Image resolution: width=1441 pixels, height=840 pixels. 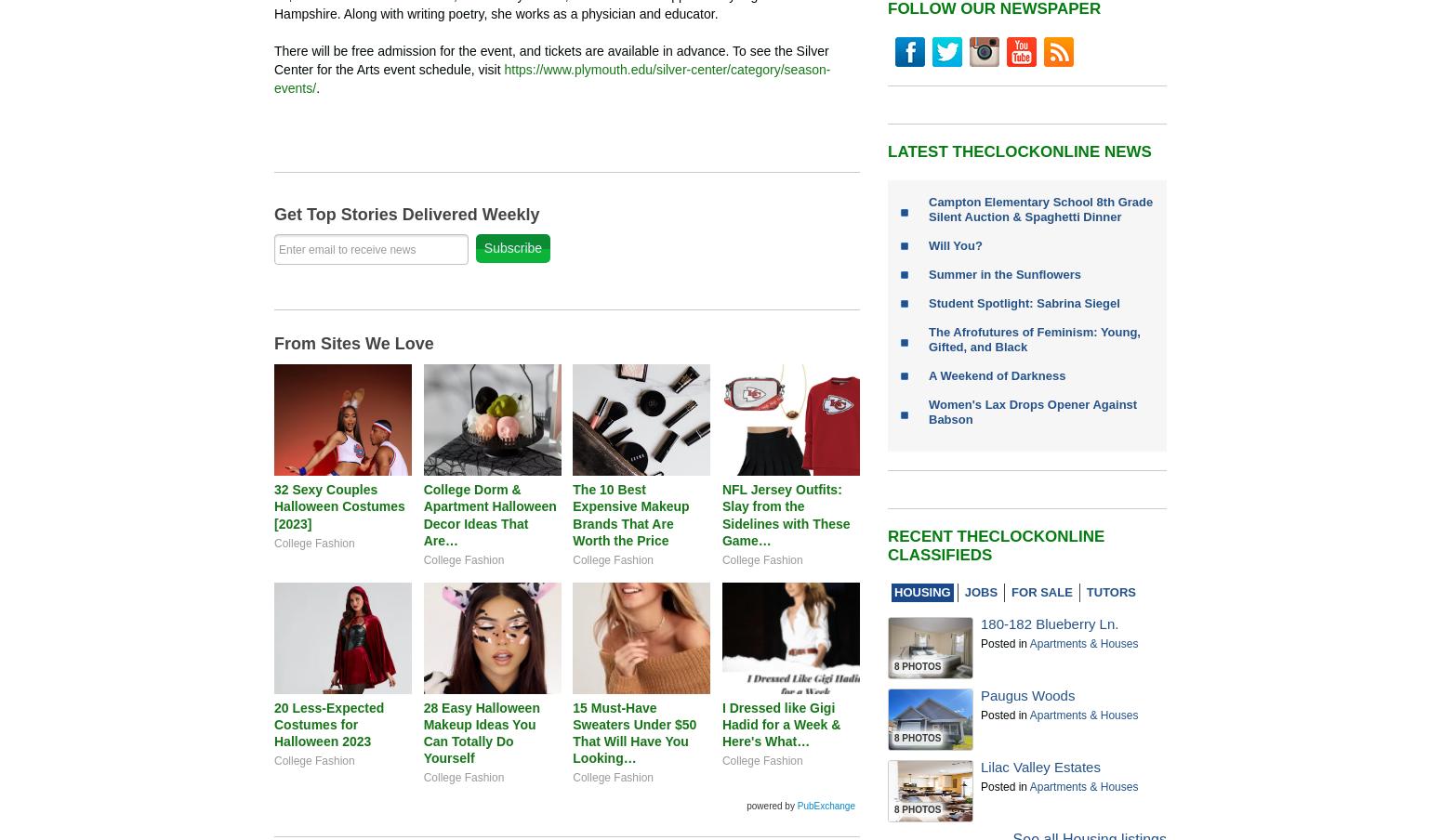 What do you see at coordinates (1004, 274) in the screenshot?
I see `'Summer in the Sunflowers'` at bounding box center [1004, 274].